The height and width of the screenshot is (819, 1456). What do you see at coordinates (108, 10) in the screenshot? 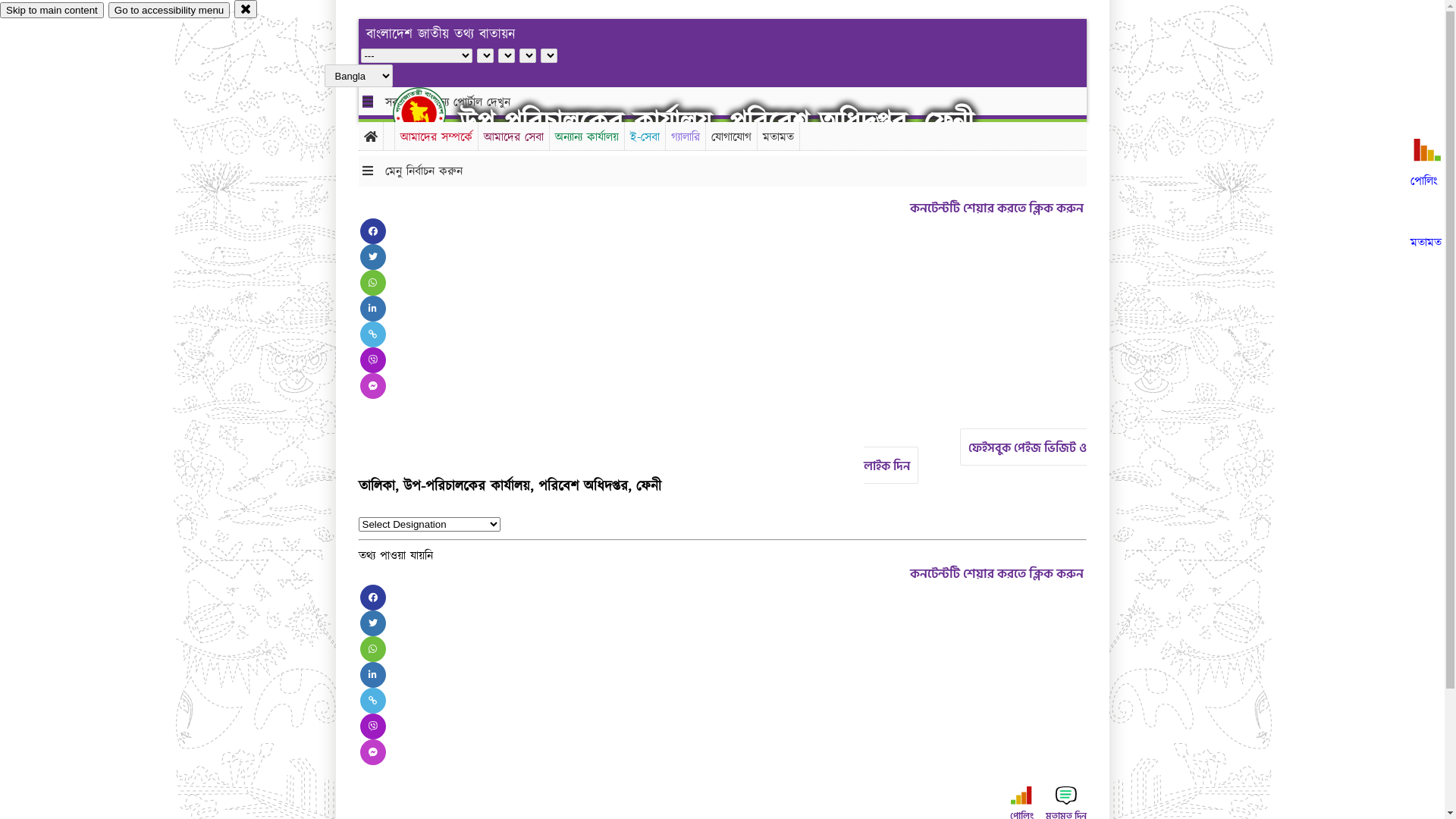
I see `'Go to accessibility menu'` at bounding box center [108, 10].